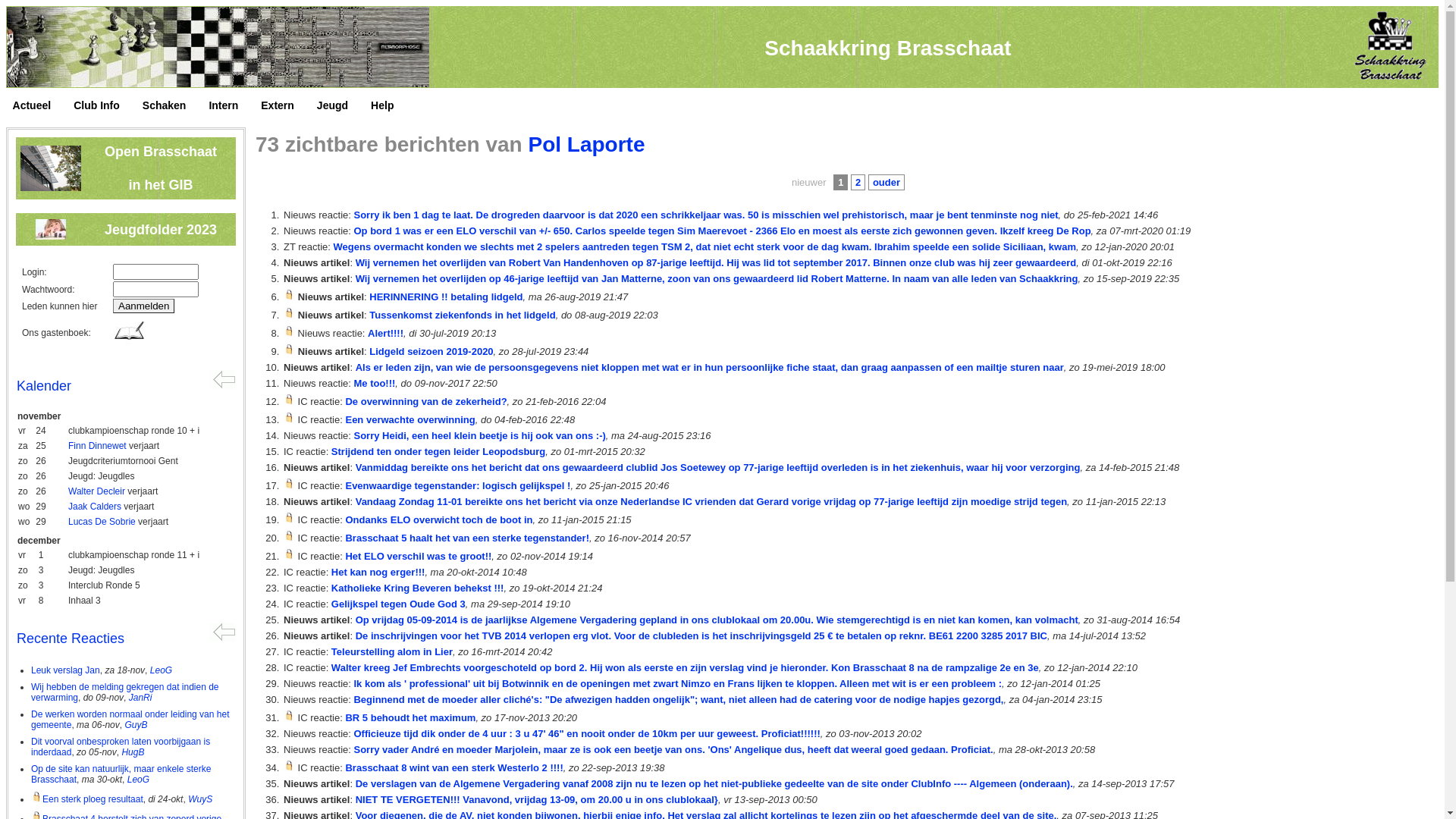 This screenshot has height=819, width=1456. I want to click on 'Ondanks ELO overwicht toch de boot in', so click(344, 519).